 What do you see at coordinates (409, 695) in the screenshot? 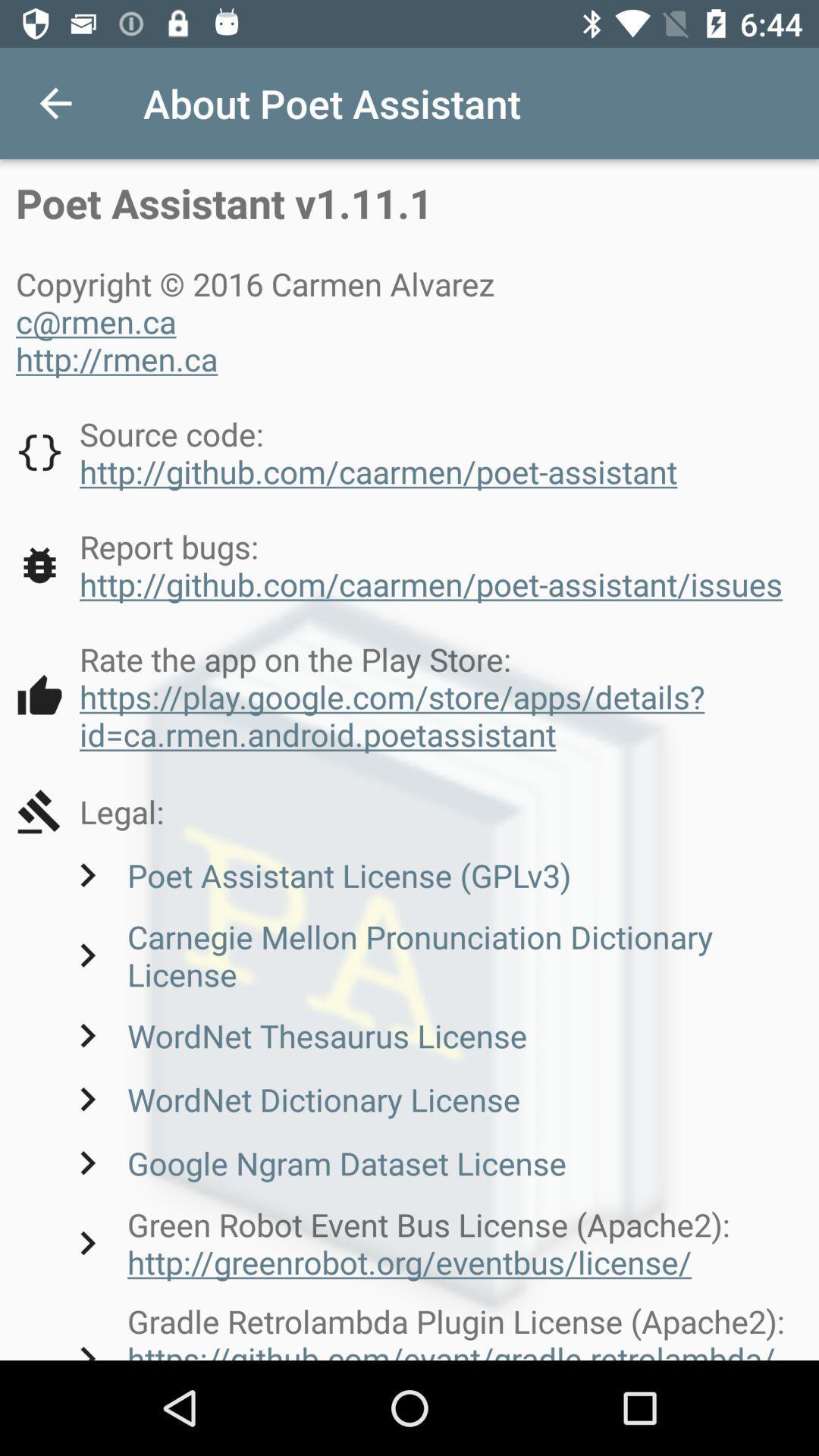
I see `it is clickable` at bounding box center [409, 695].